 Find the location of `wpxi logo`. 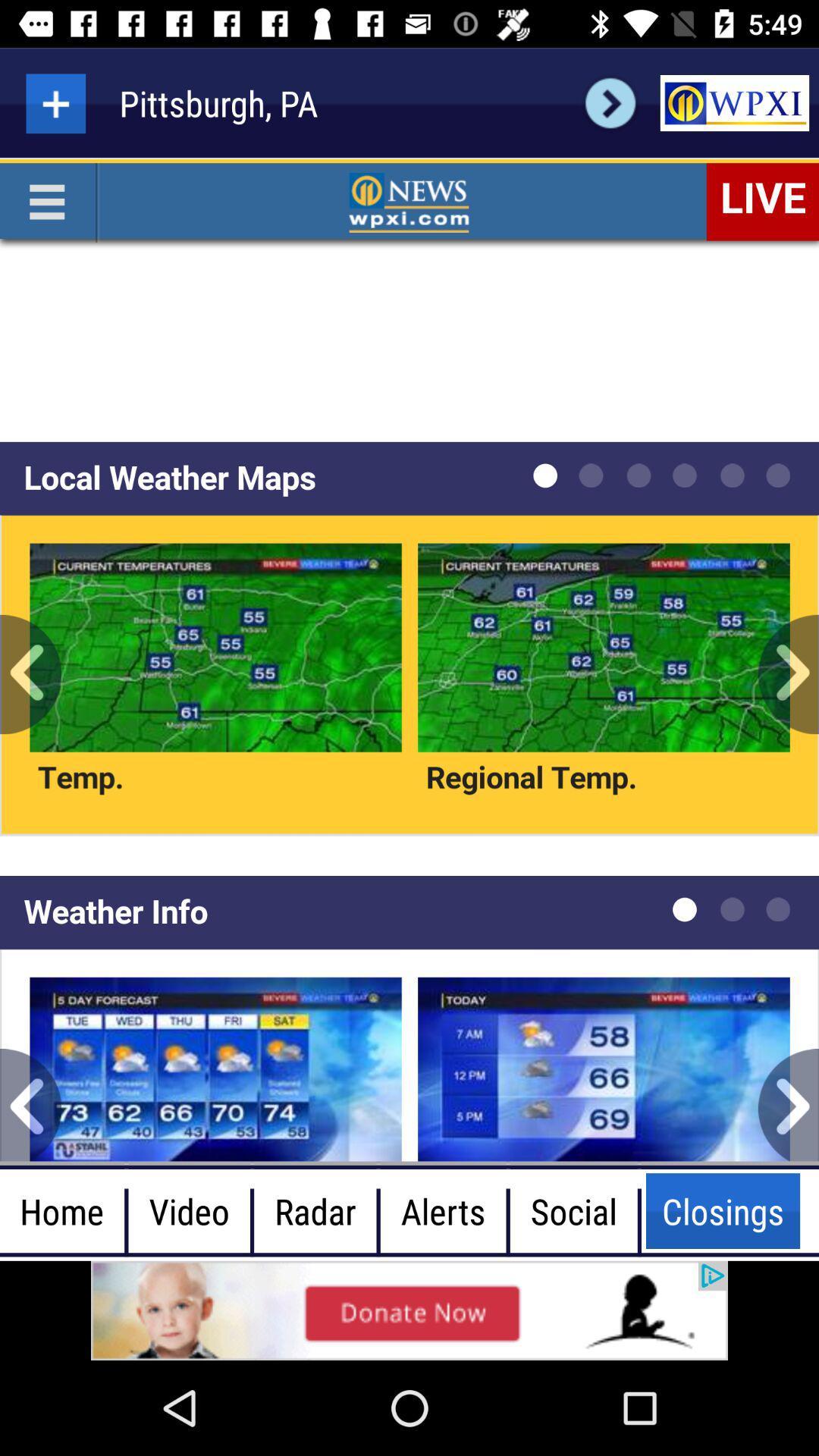

wpxi logo is located at coordinates (733, 102).